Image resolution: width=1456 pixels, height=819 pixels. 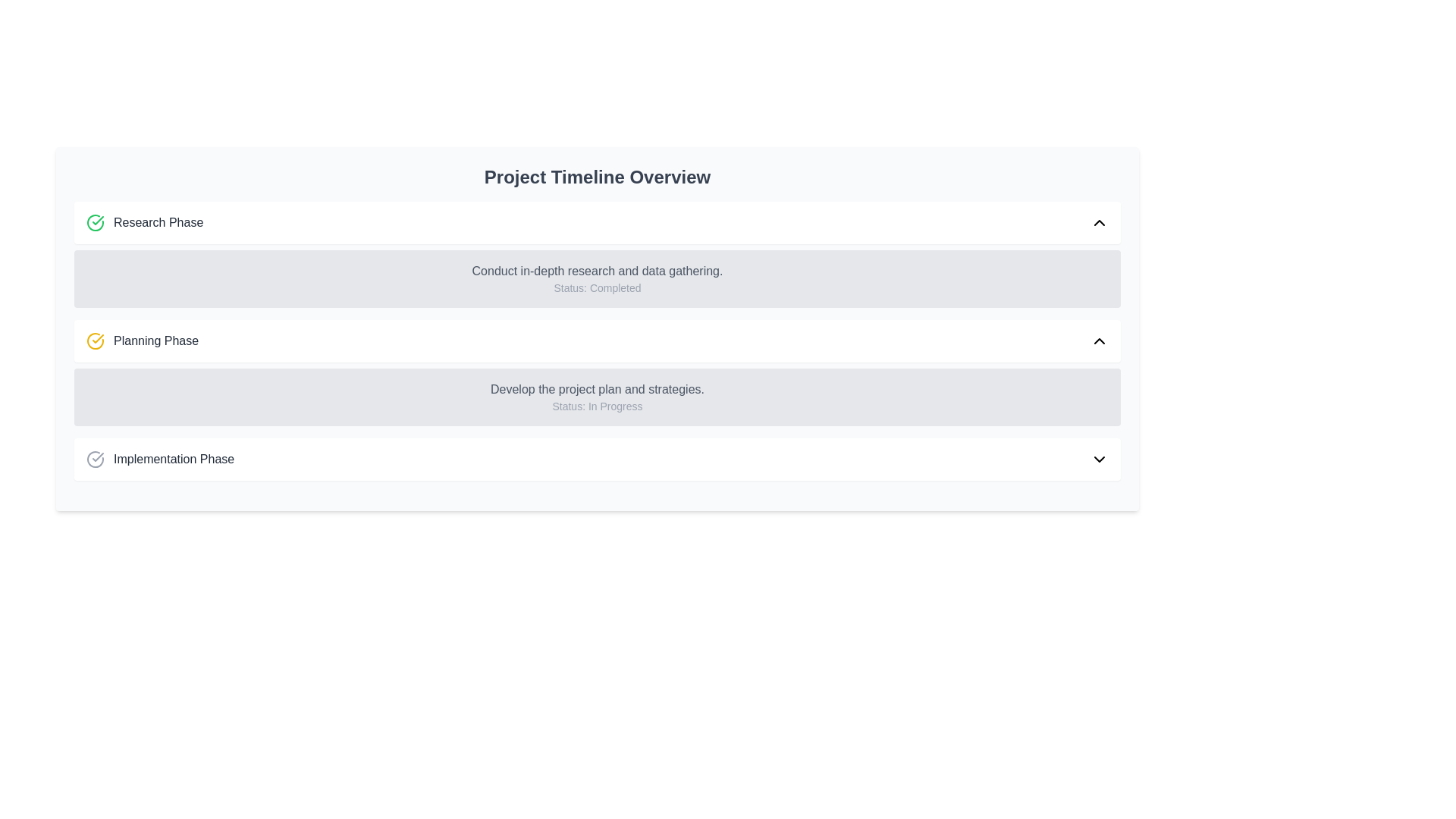 I want to click on the text label 'Project Timeline Overview', which is prominently positioned at the top of the interface and styled with a bold font, so click(x=596, y=177).